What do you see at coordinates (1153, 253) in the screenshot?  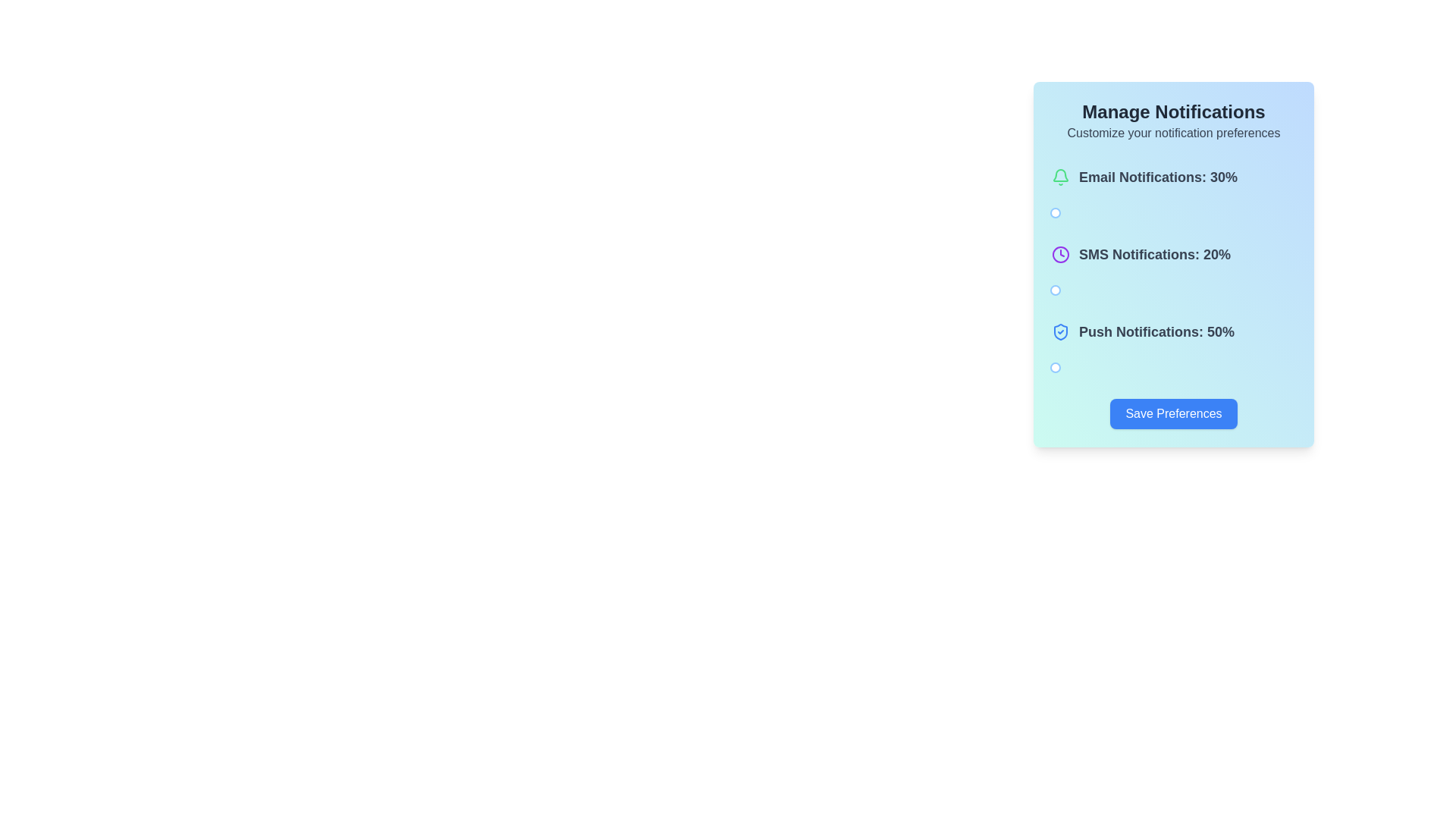 I see `the text label reading 'SMS Notifications: 20%' which is styled with a bold font weight and dark-gray color, located in the second row of notification options within a card layout` at bounding box center [1153, 253].